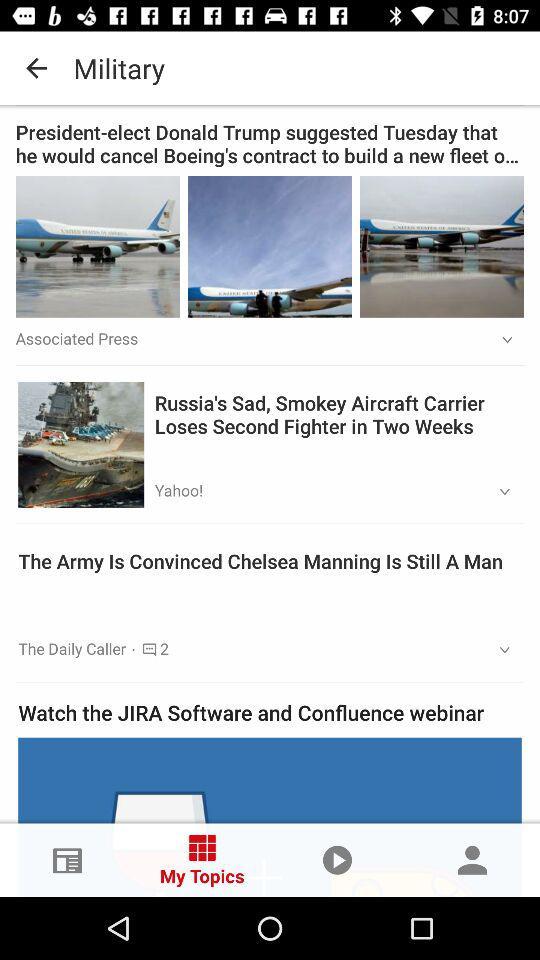 The image size is (540, 960). I want to click on the app below watch the jira, so click(270, 817).